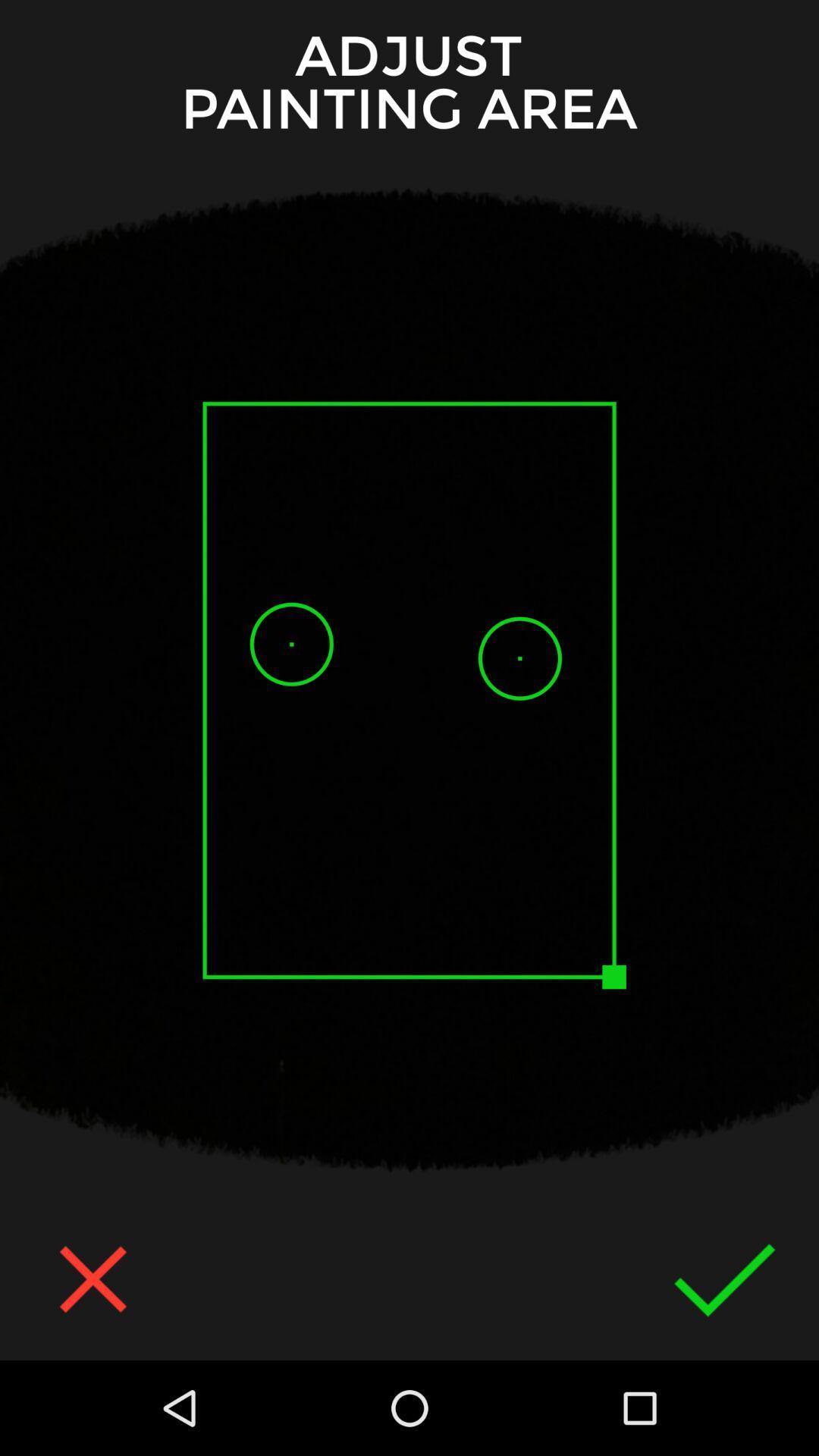 The image size is (819, 1456). What do you see at coordinates (94, 1280) in the screenshot?
I see `the close icon` at bounding box center [94, 1280].